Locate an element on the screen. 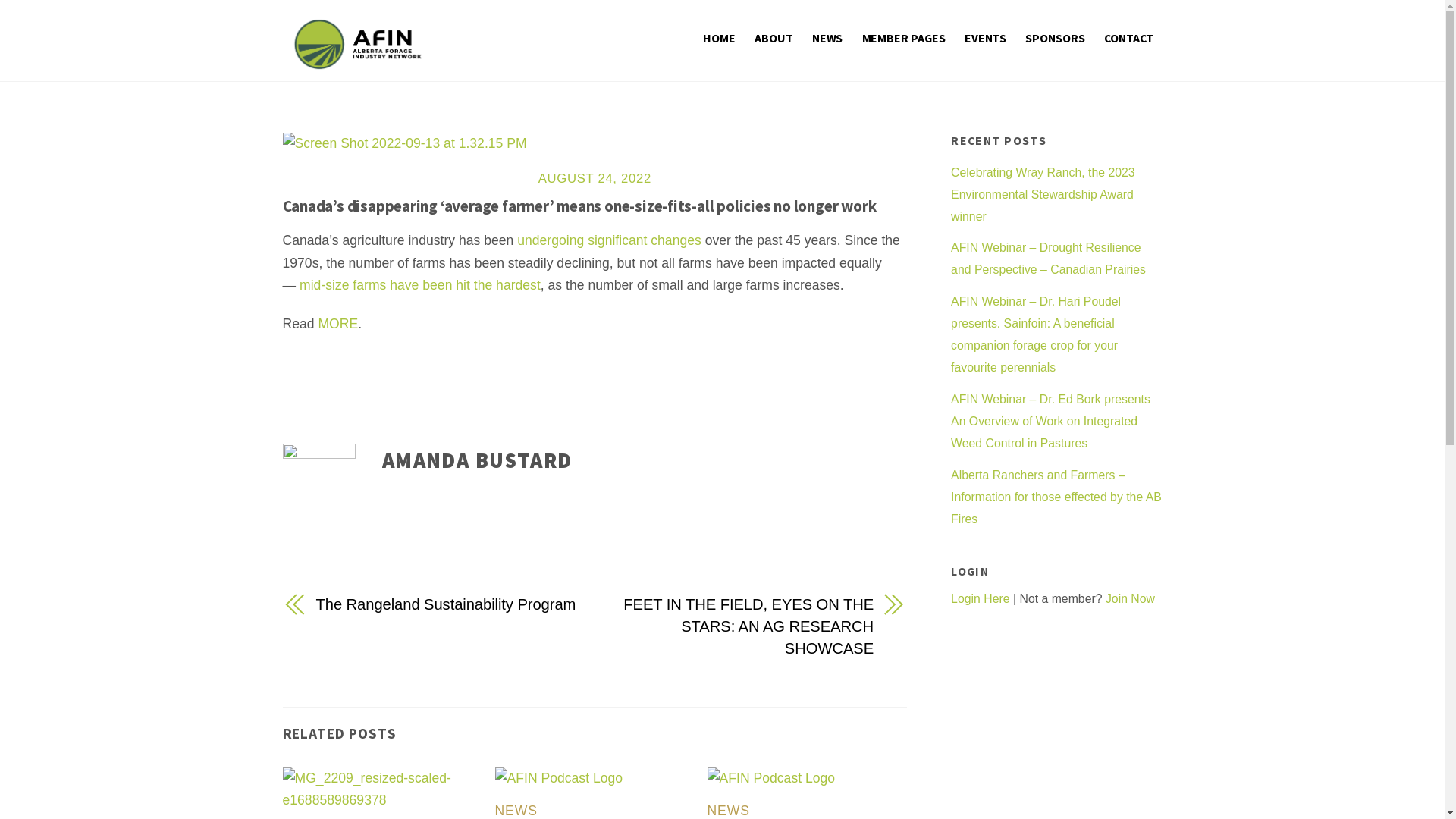 The image size is (1456, 819). 'EVENTS' is located at coordinates (986, 36).